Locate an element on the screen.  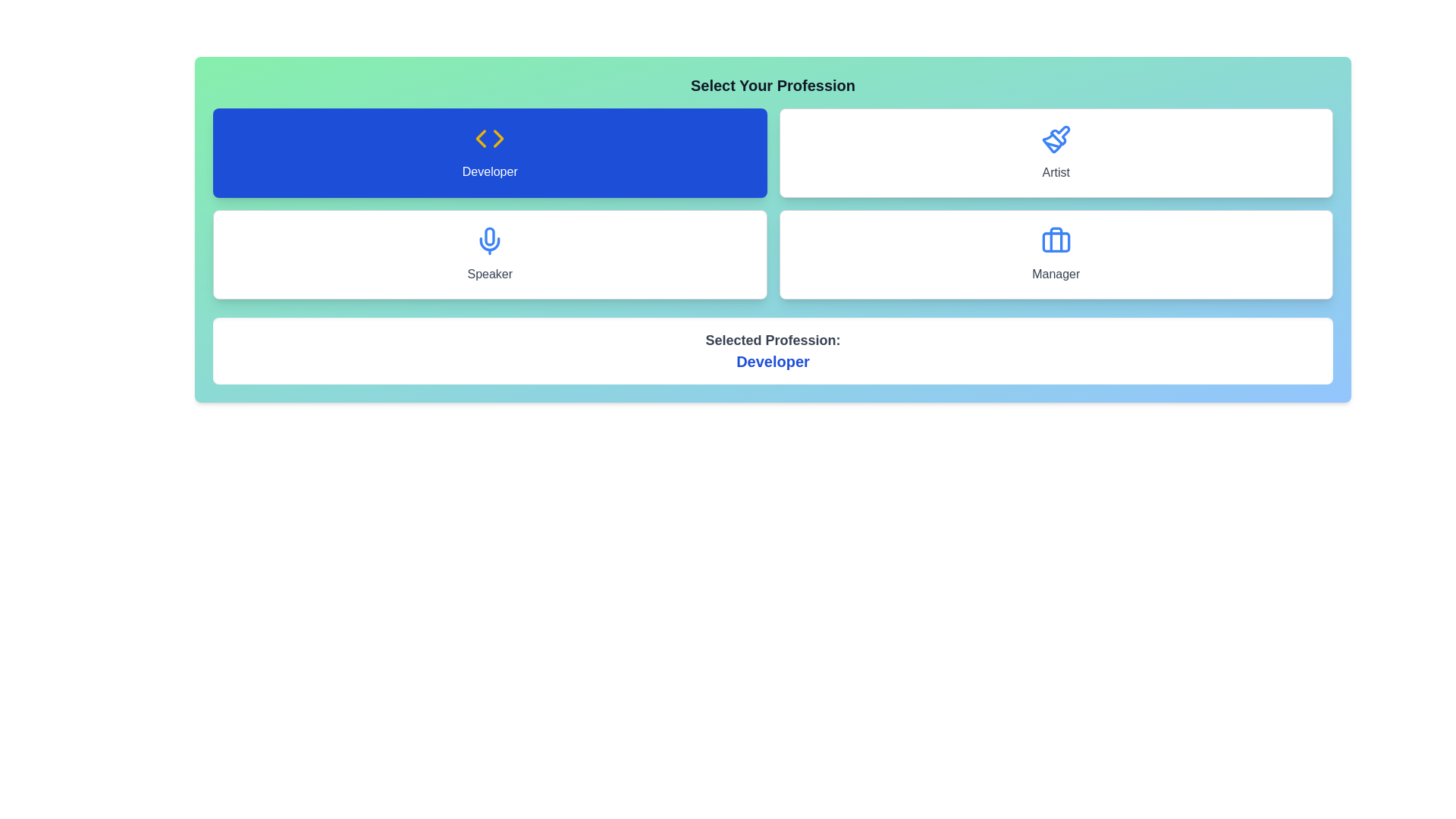
the profession Speaker by clicking its corresponding button is located at coordinates (490, 253).